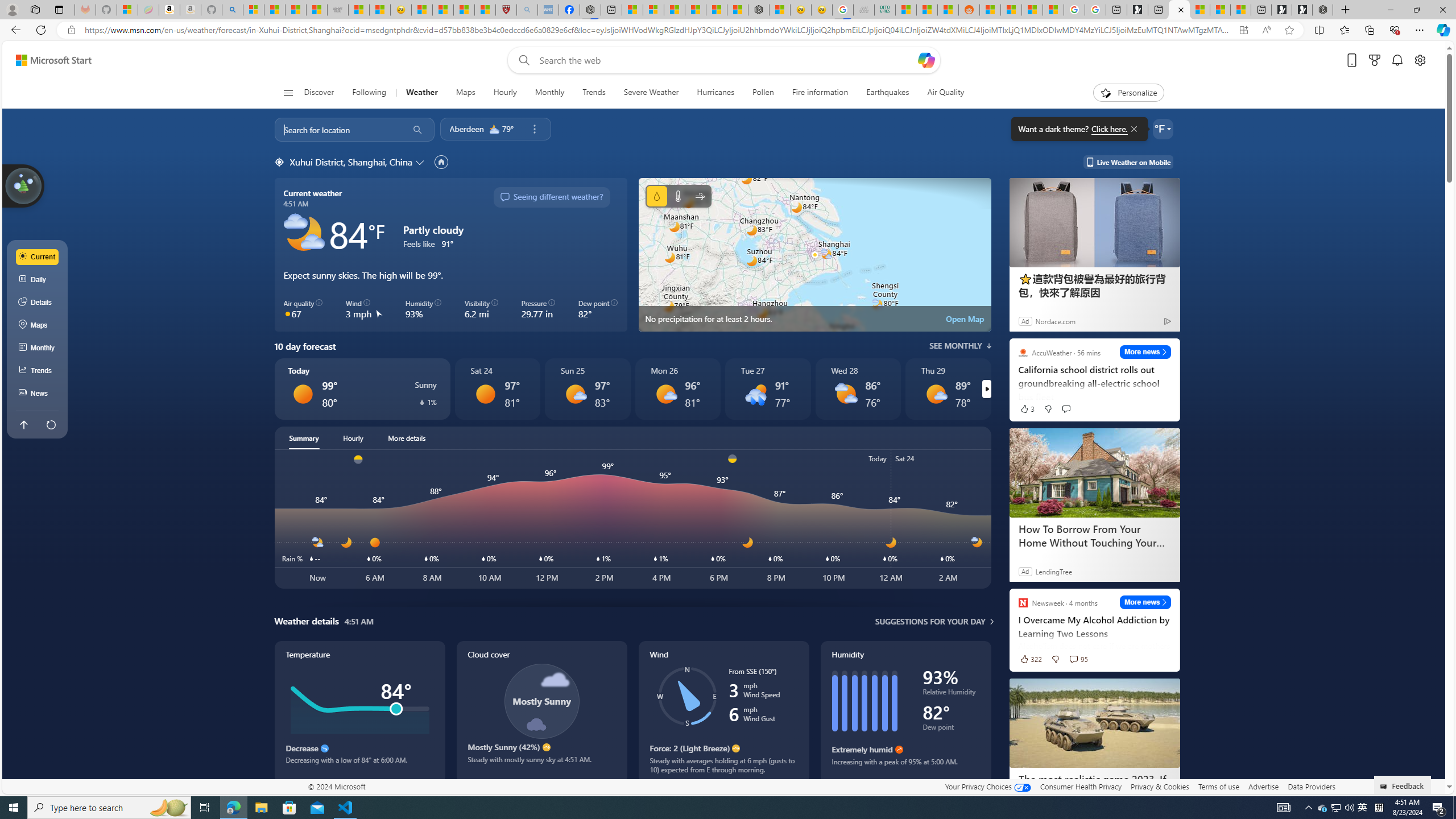 The height and width of the screenshot is (819, 1456). I want to click on 'Discover', so click(323, 92).